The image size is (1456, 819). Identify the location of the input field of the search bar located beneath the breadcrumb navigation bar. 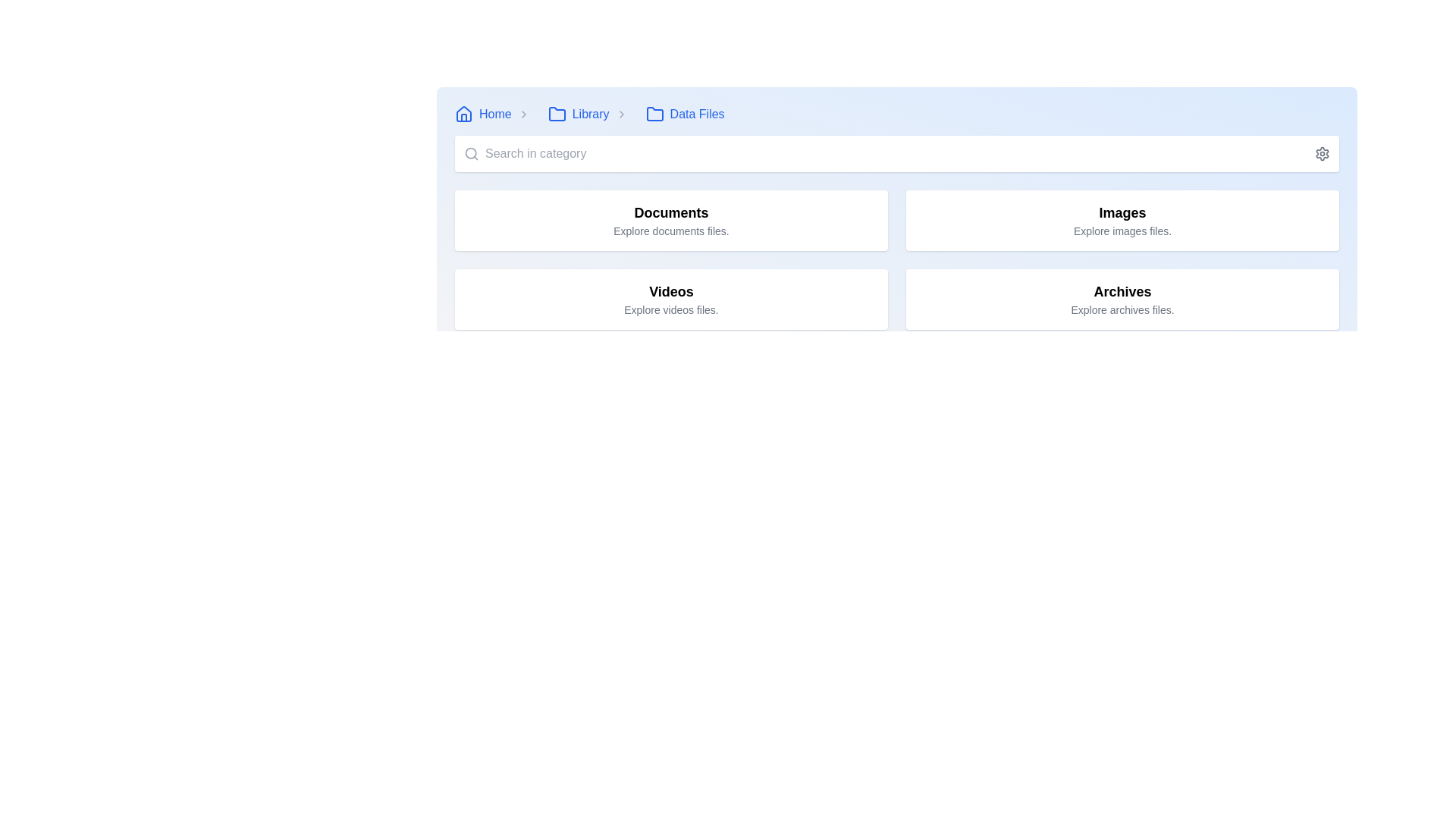
(896, 154).